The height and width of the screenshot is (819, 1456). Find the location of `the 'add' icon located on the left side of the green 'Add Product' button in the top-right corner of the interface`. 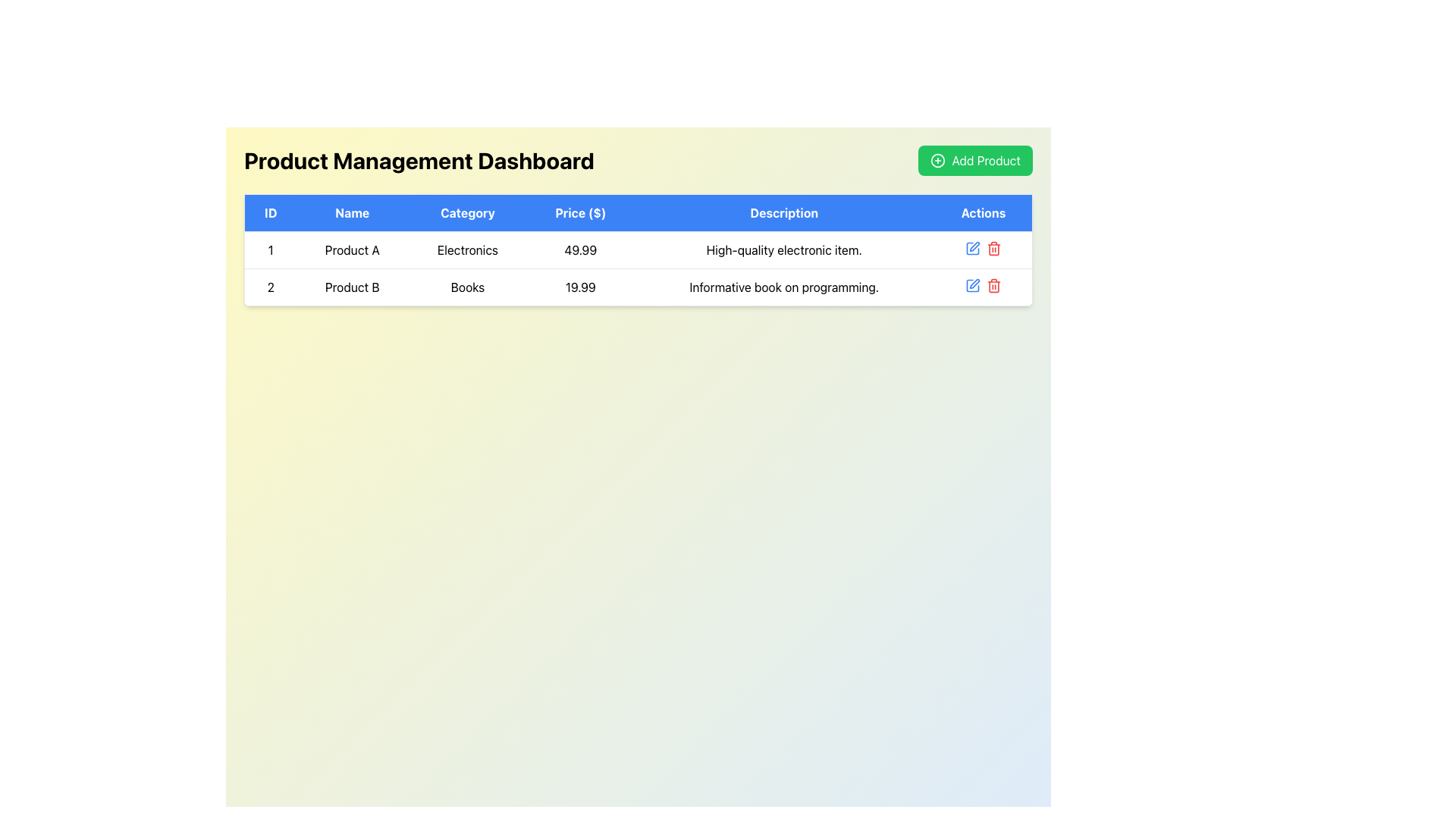

the 'add' icon located on the left side of the green 'Add Product' button in the top-right corner of the interface is located at coordinates (937, 161).